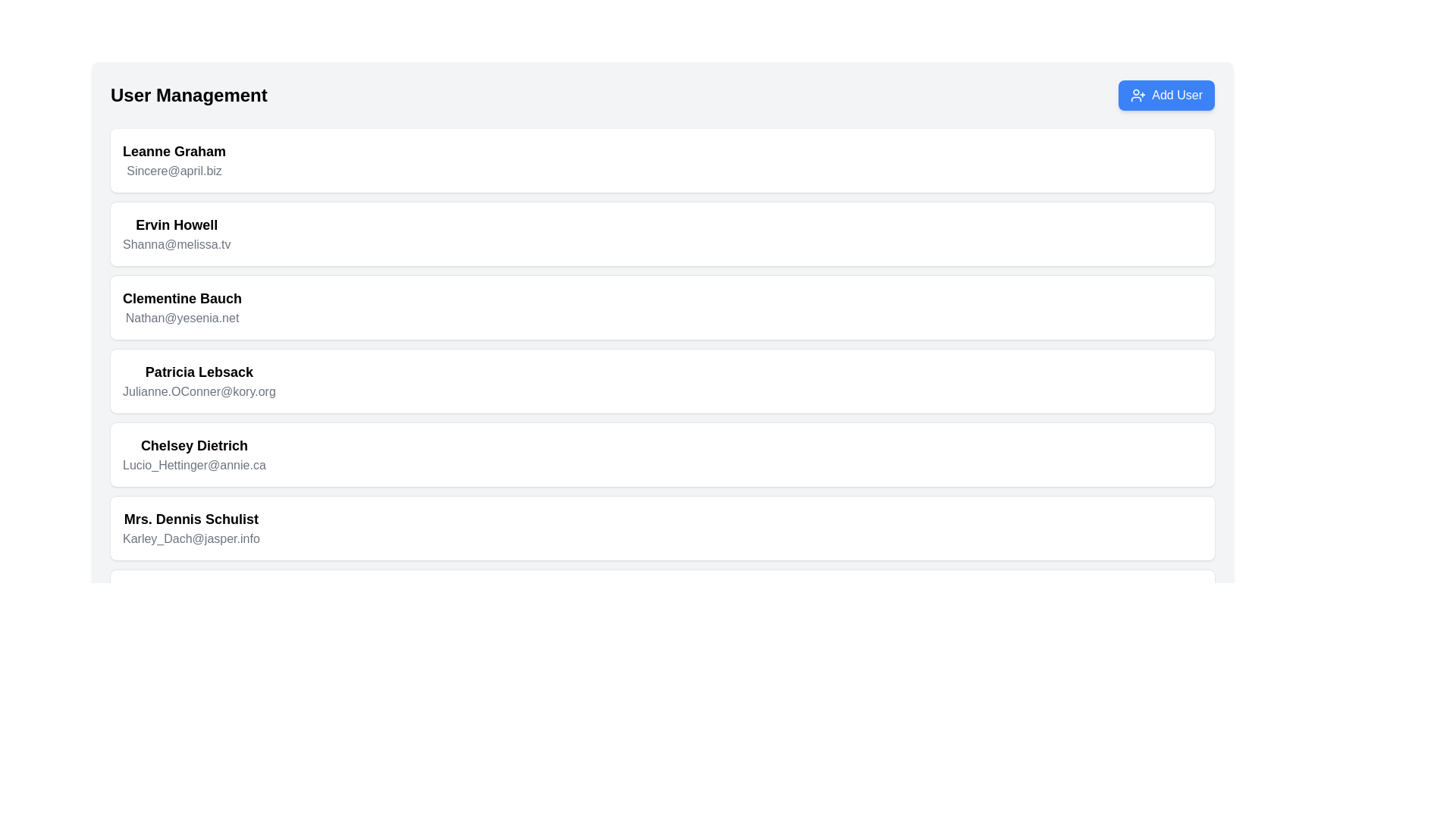 The height and width of the screenshot is (819, 1456). Describe the element at coordinates (198, 391) in the screenshot. I see `the email text display 'Julianne.OConner@kory.org' which is styled with a gray color and located below 'Patricia Lebsack' in the user management section` at that location.